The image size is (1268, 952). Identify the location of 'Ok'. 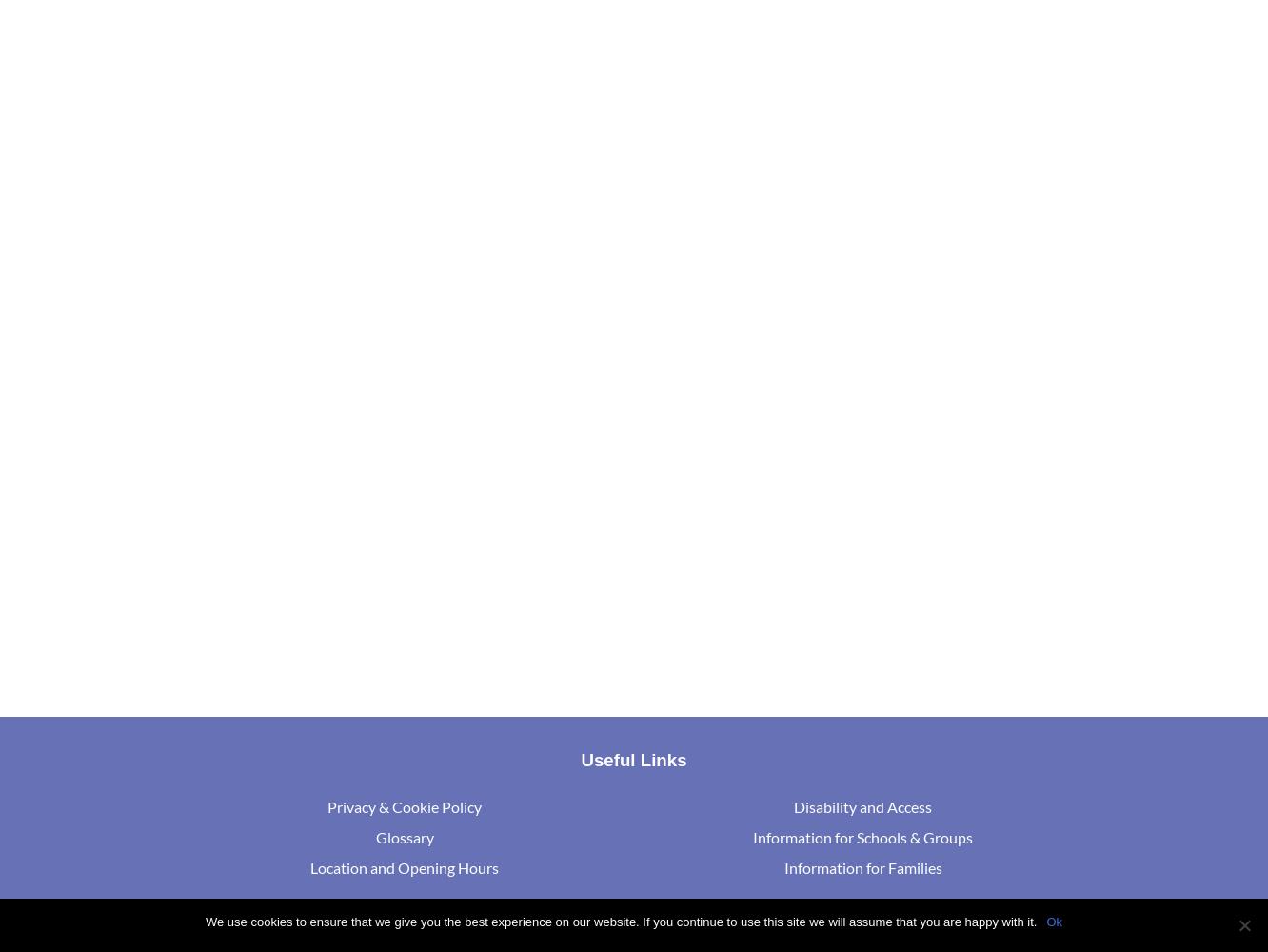
(1053, 921).